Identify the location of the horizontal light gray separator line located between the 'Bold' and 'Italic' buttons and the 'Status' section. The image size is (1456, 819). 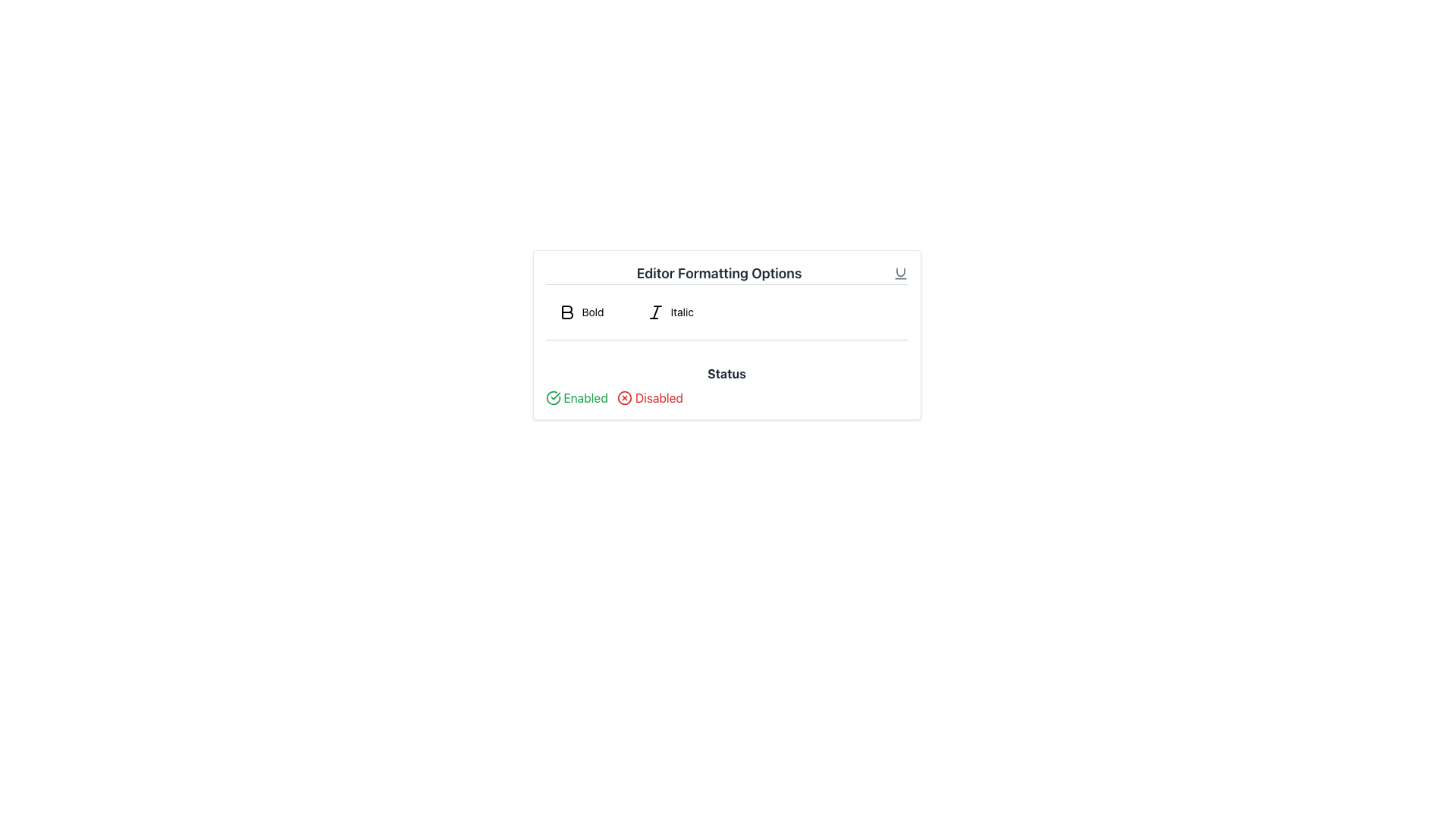
(726, 339).